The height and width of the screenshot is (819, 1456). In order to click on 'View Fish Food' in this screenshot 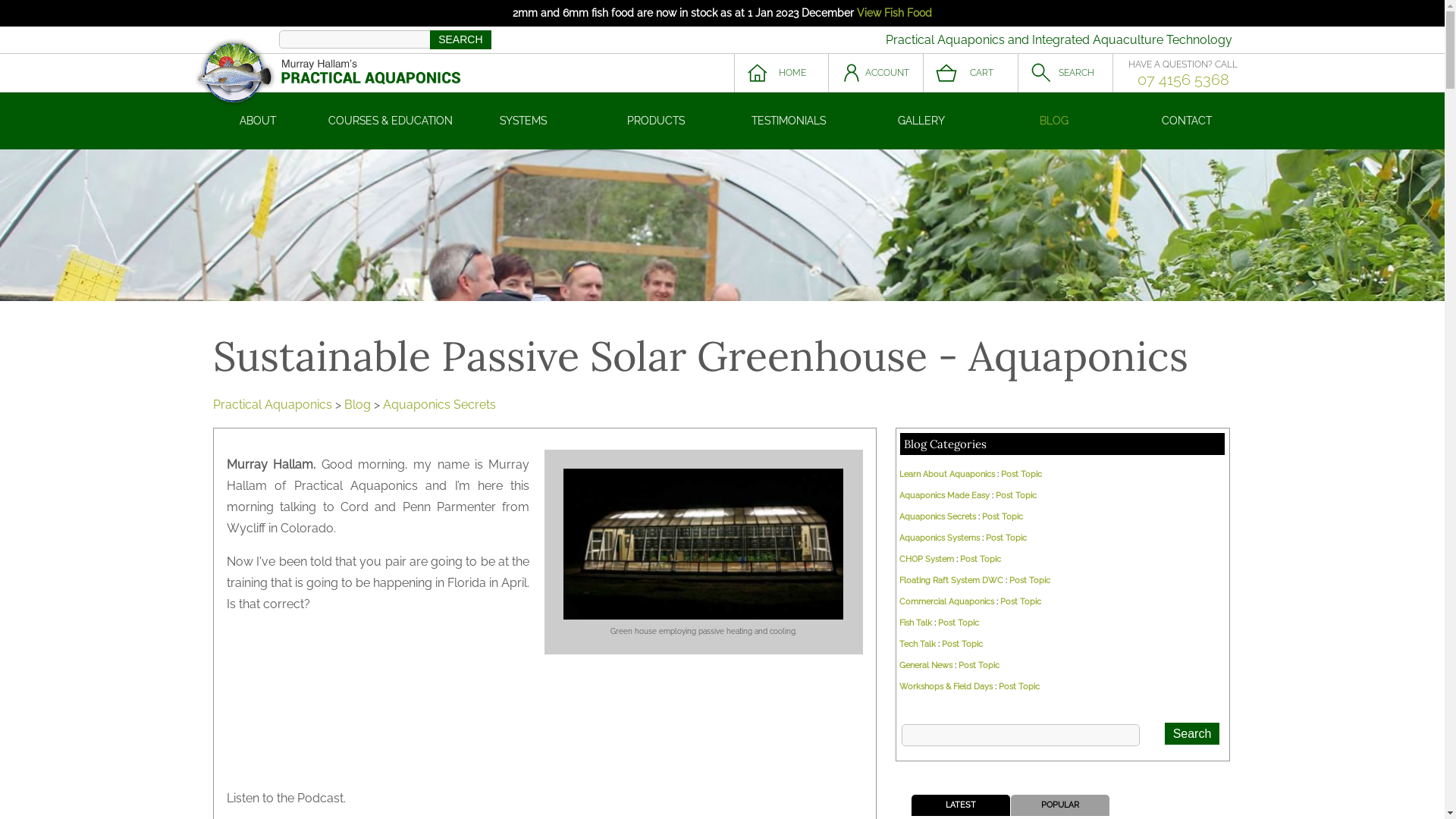, I will do `click(894, 12)`.